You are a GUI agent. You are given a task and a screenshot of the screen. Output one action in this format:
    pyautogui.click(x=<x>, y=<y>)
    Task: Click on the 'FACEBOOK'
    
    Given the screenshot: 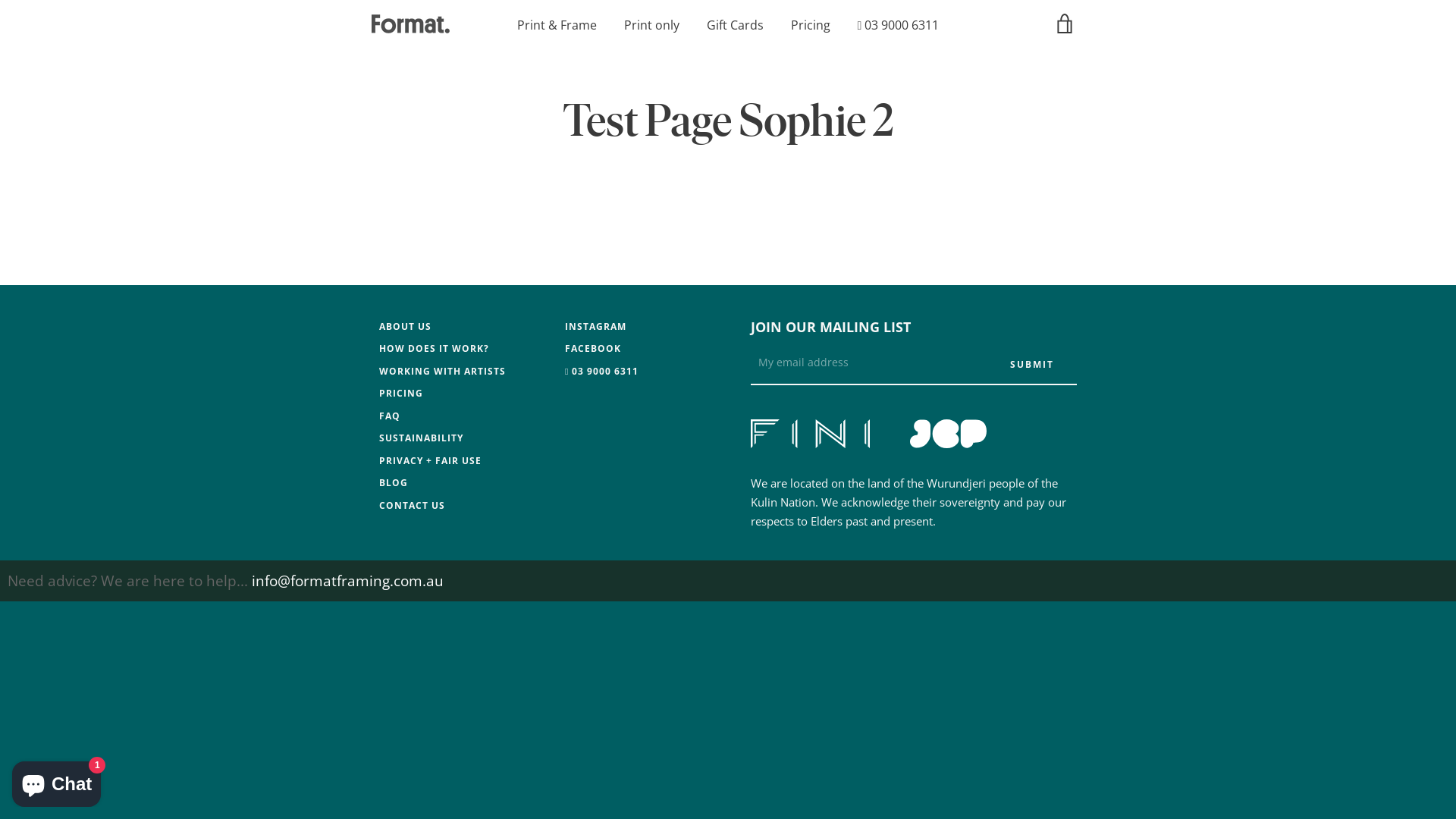 What is the action you would take?
    pyautogui.click(x=563, y=348)
    